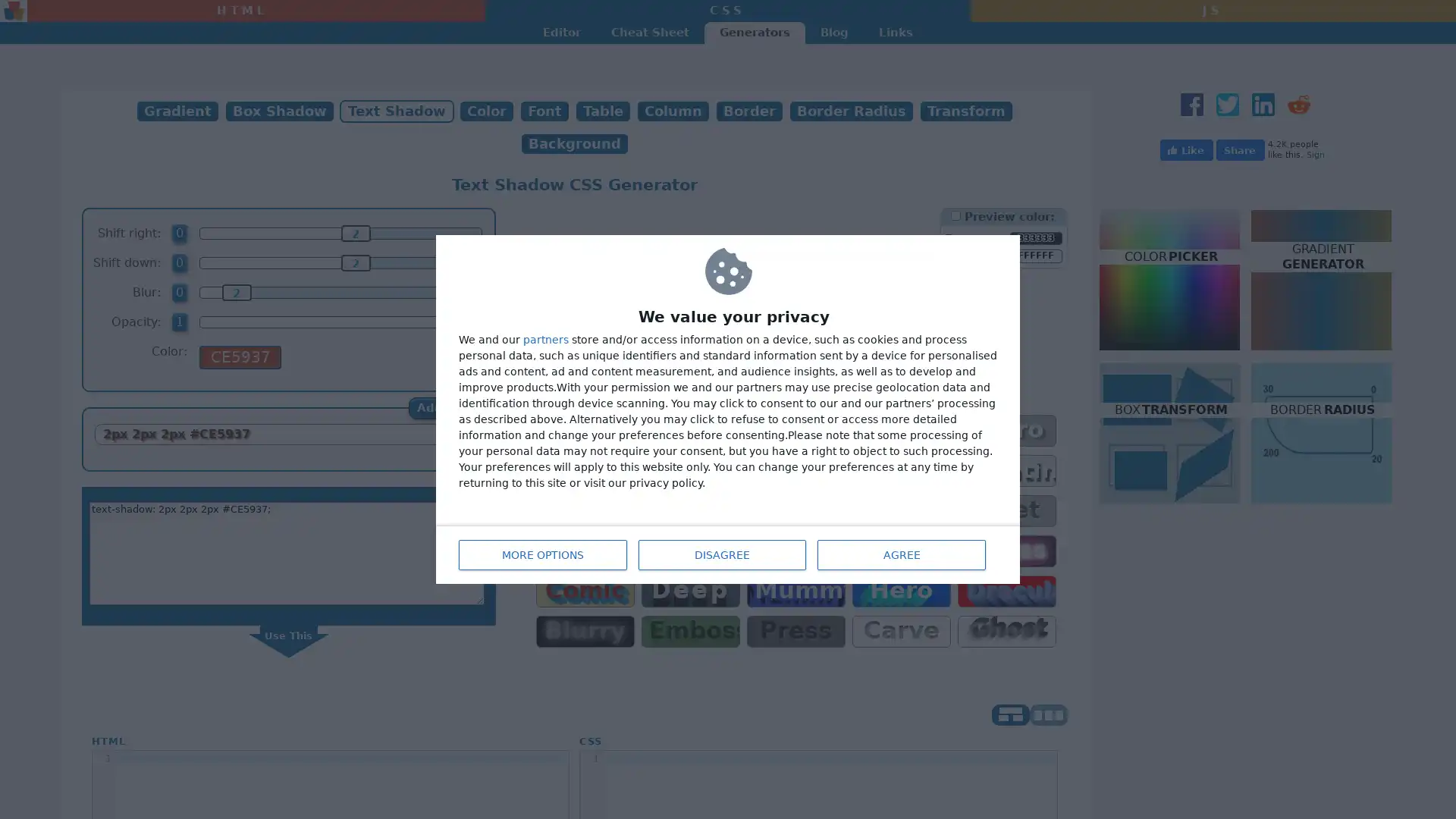 Image resolution: width=1456 pixels, height=819 pixels. I want to click on DISAGREE, so click(720, 555).